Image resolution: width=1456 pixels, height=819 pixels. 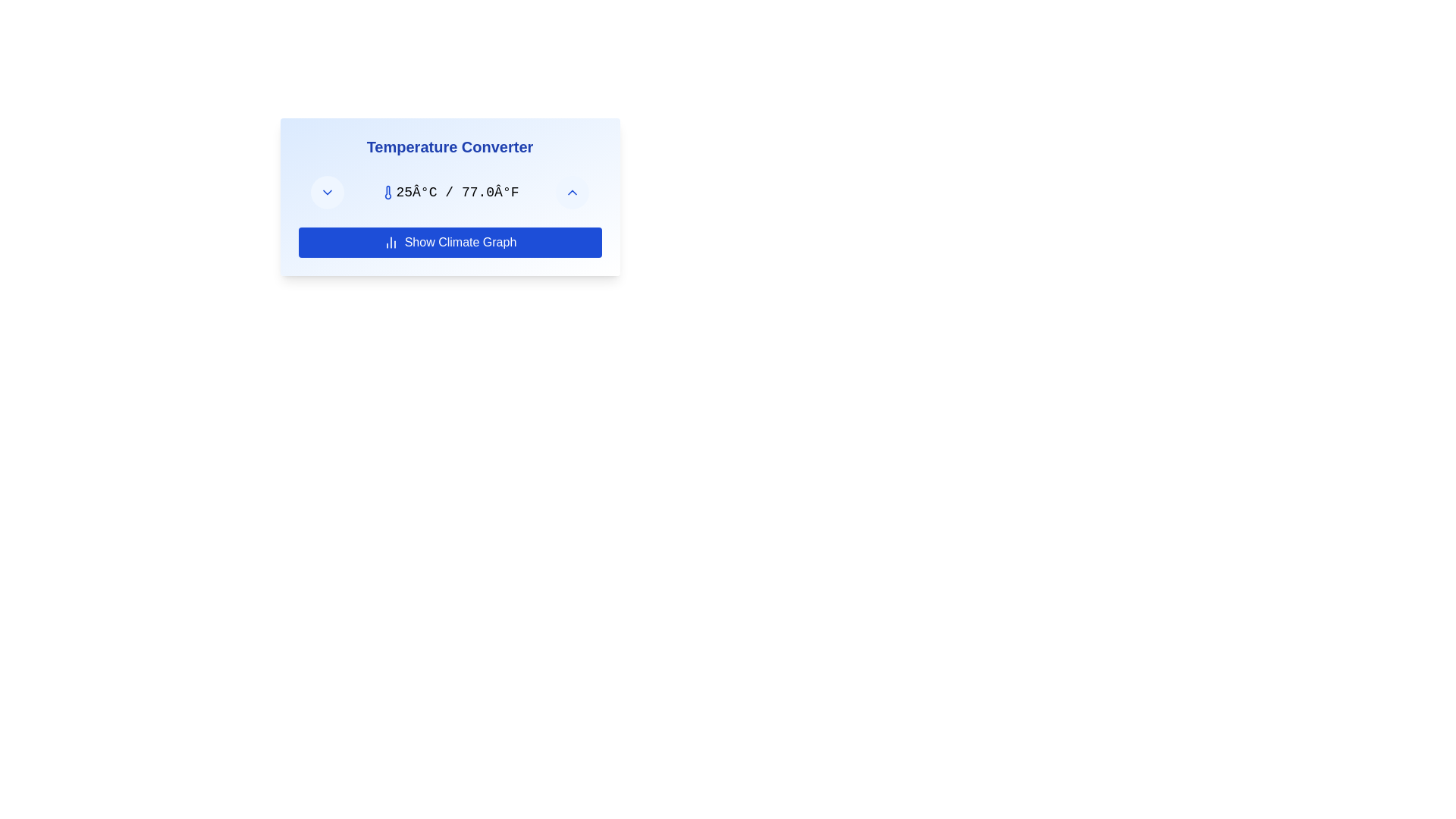 What do you see at coordinates (449, 242) in the screenshot?
I see `the button located at the bottom of the 'Temperature Converter' card` at bounding box center [449, 242].